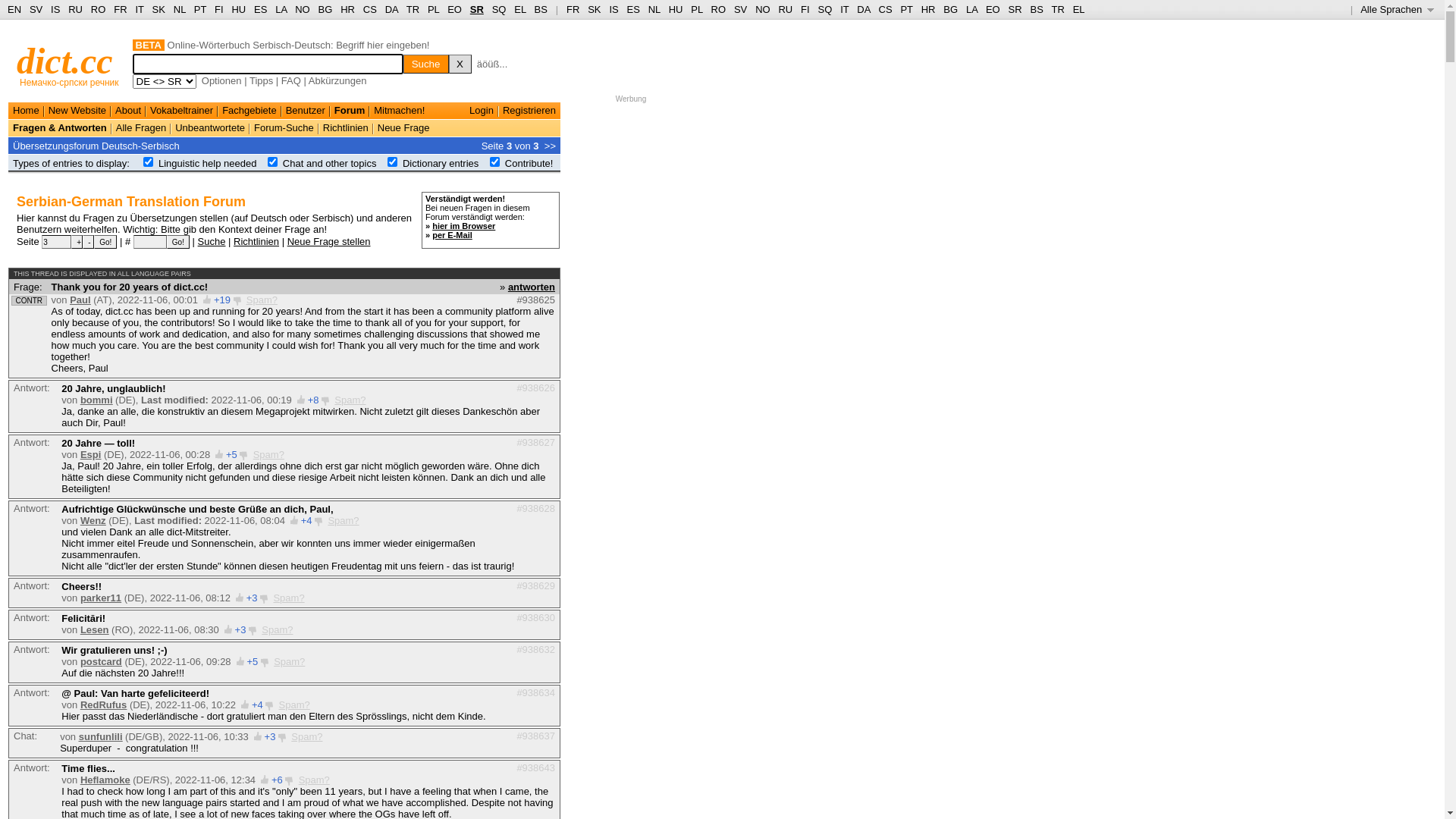 The width and height of the screenshot is (1456, 819). I want to click on '#938643', so click(516, 767).